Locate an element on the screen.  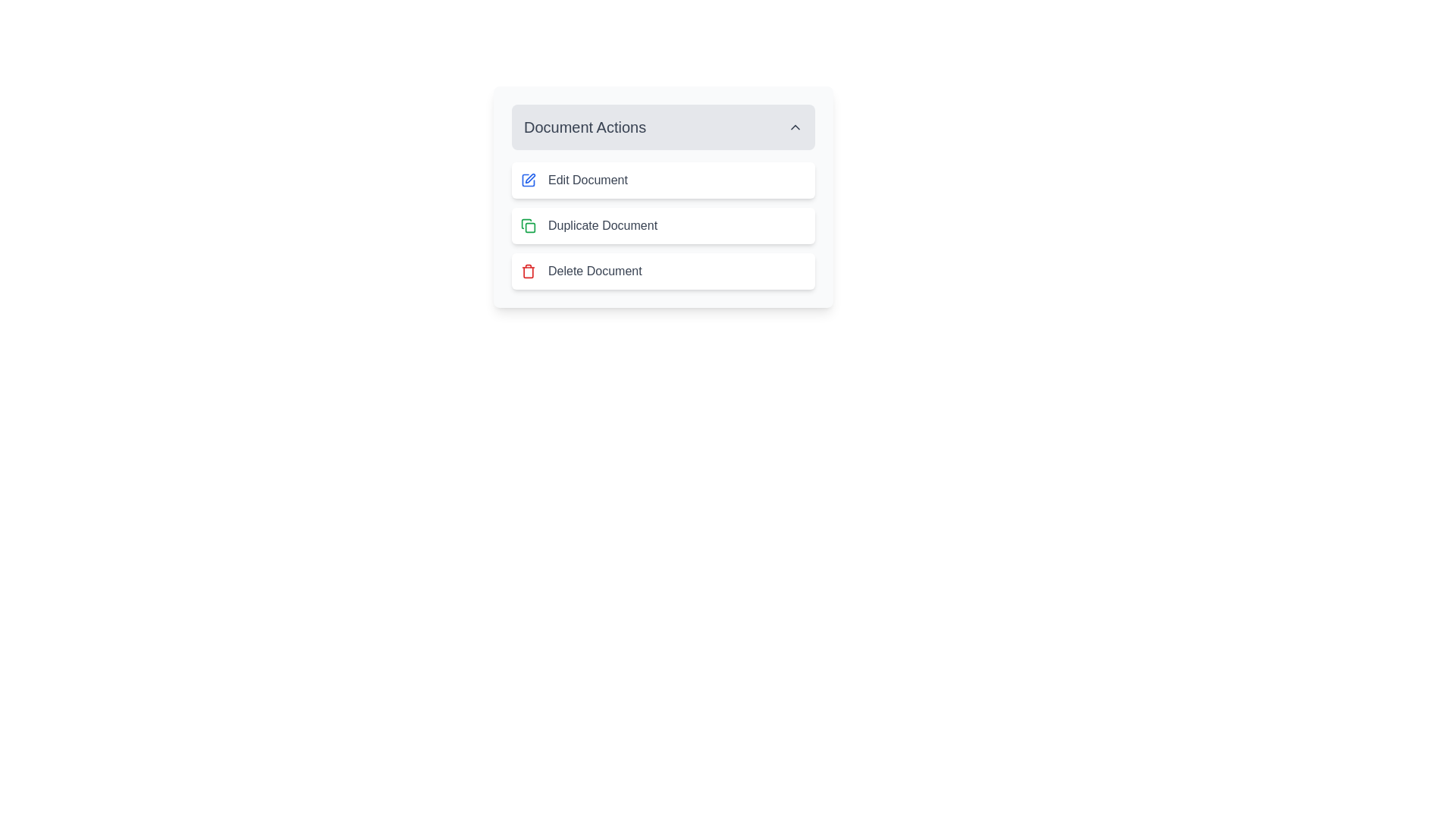
the first button in the vertical list under 'Document Actions' to enable accessibility features is located at coordinates (663, 196).